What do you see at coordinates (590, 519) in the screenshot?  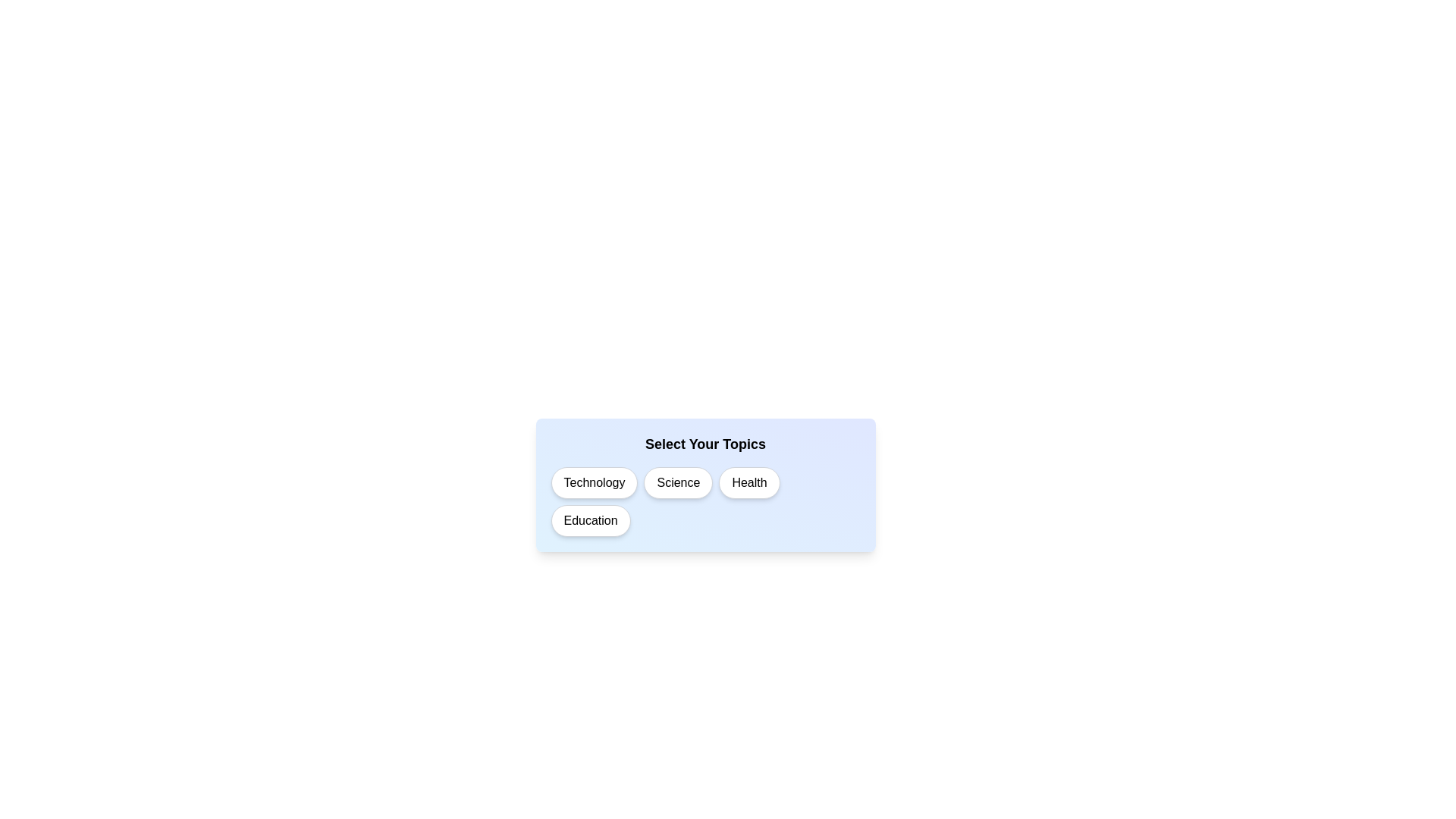 I see `the topic Education to observe its visual feedback` at bounding box center [590, 519].